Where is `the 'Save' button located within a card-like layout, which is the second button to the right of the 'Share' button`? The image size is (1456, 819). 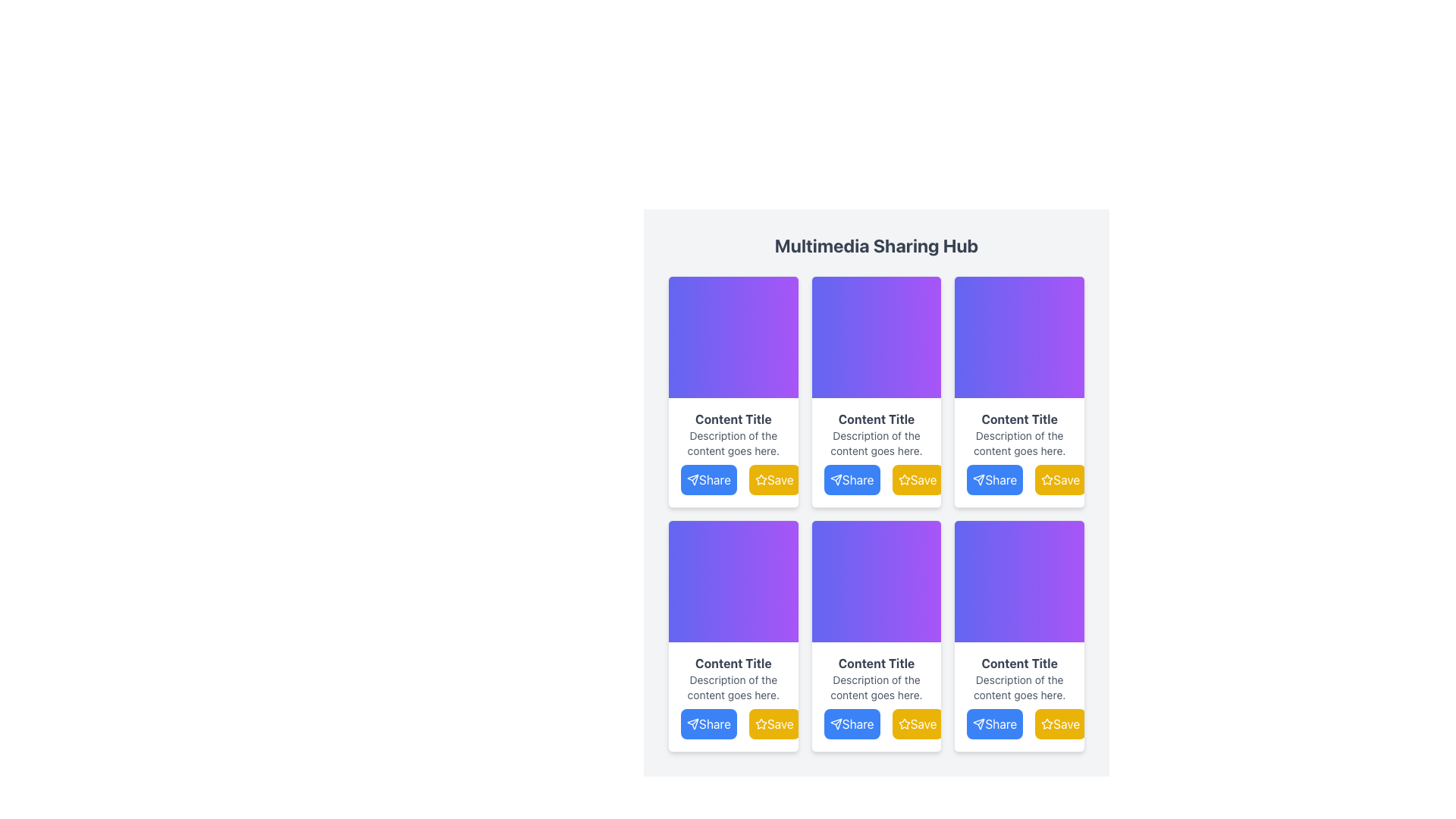
the 'Save' button located within a card-like layout, which is the second button to the right of the 'Share' button is located at coordinates (1059, 479).